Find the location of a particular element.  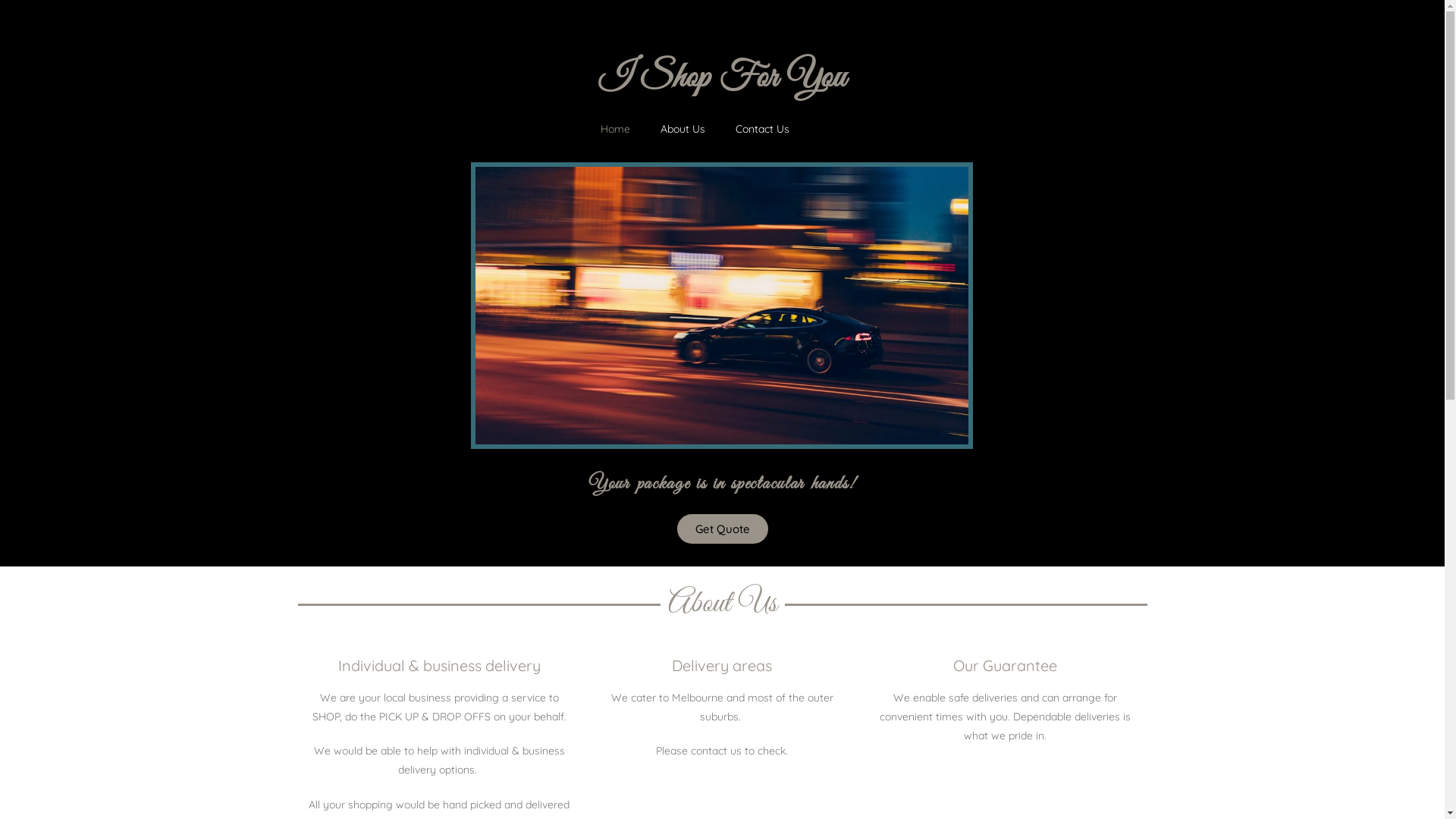

'About Us' is located at coordinates (682, 127).